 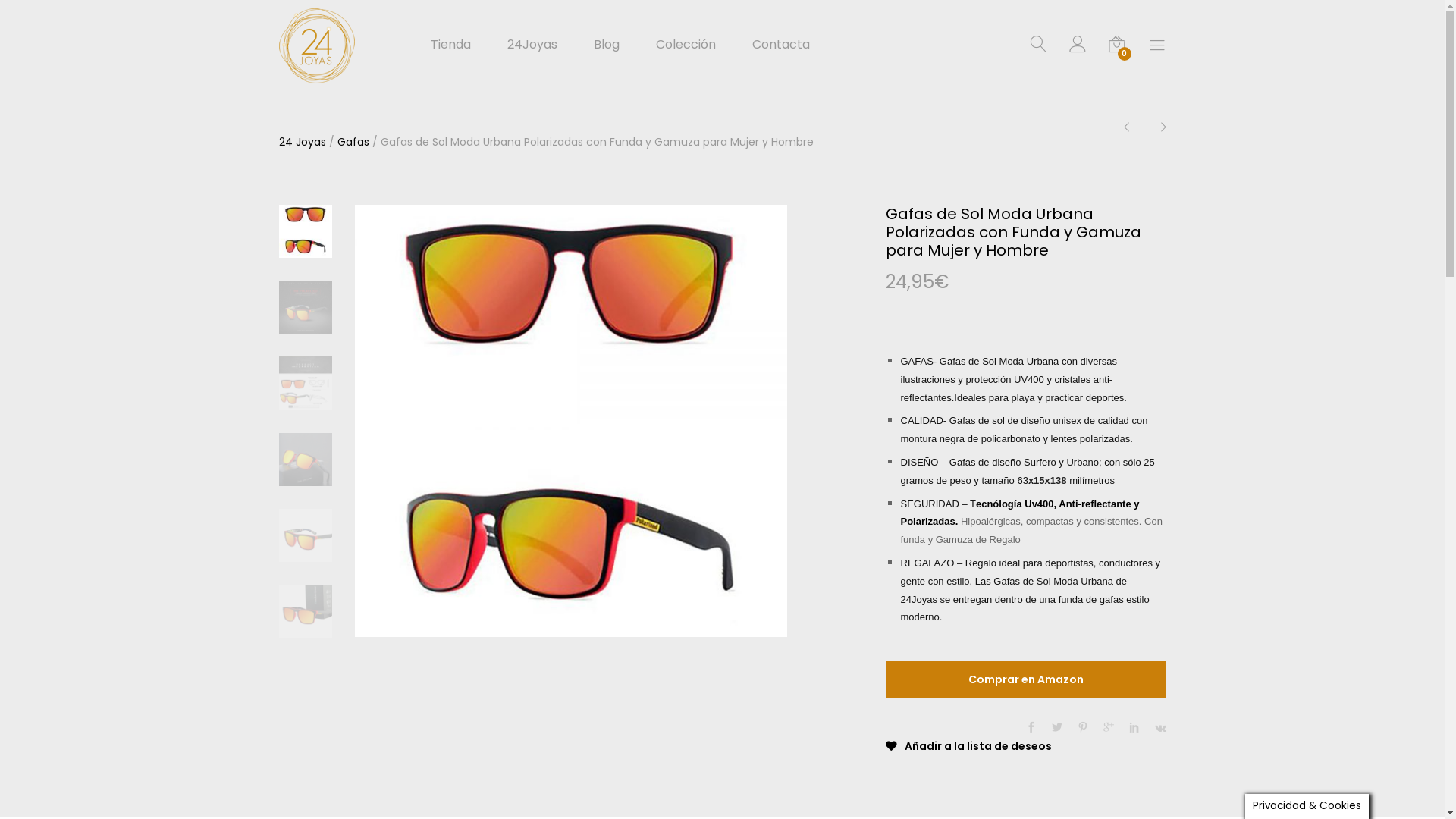 What do you see at coordinates (752, 43) in the screenshot?
I see `'Contacta'` at bounding box center [752, 43].